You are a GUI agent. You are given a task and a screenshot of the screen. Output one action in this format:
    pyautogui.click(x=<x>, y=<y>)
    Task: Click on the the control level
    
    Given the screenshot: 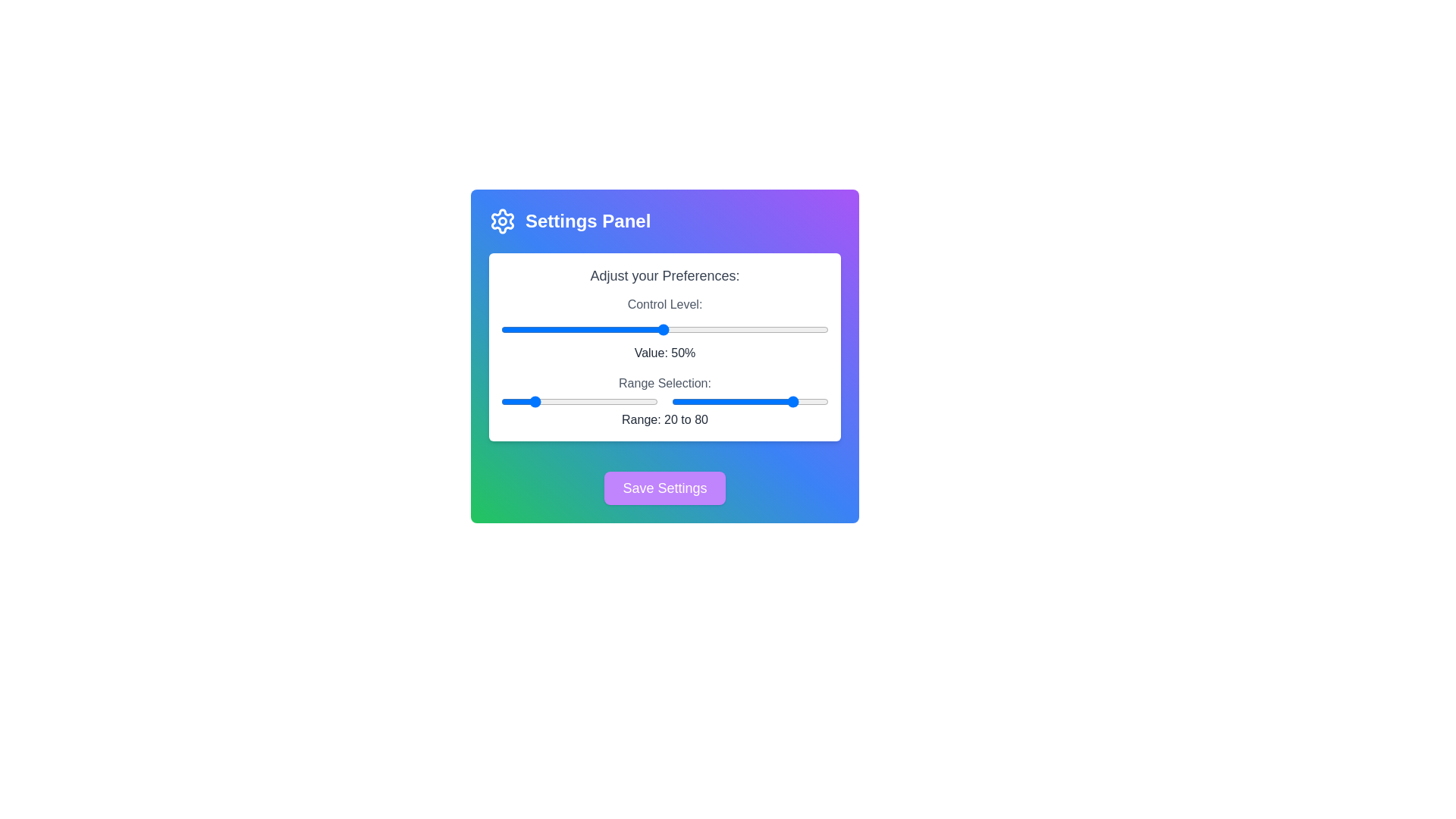 What is the action you would take?
    pyautogui.click(x=583, y=329)
    